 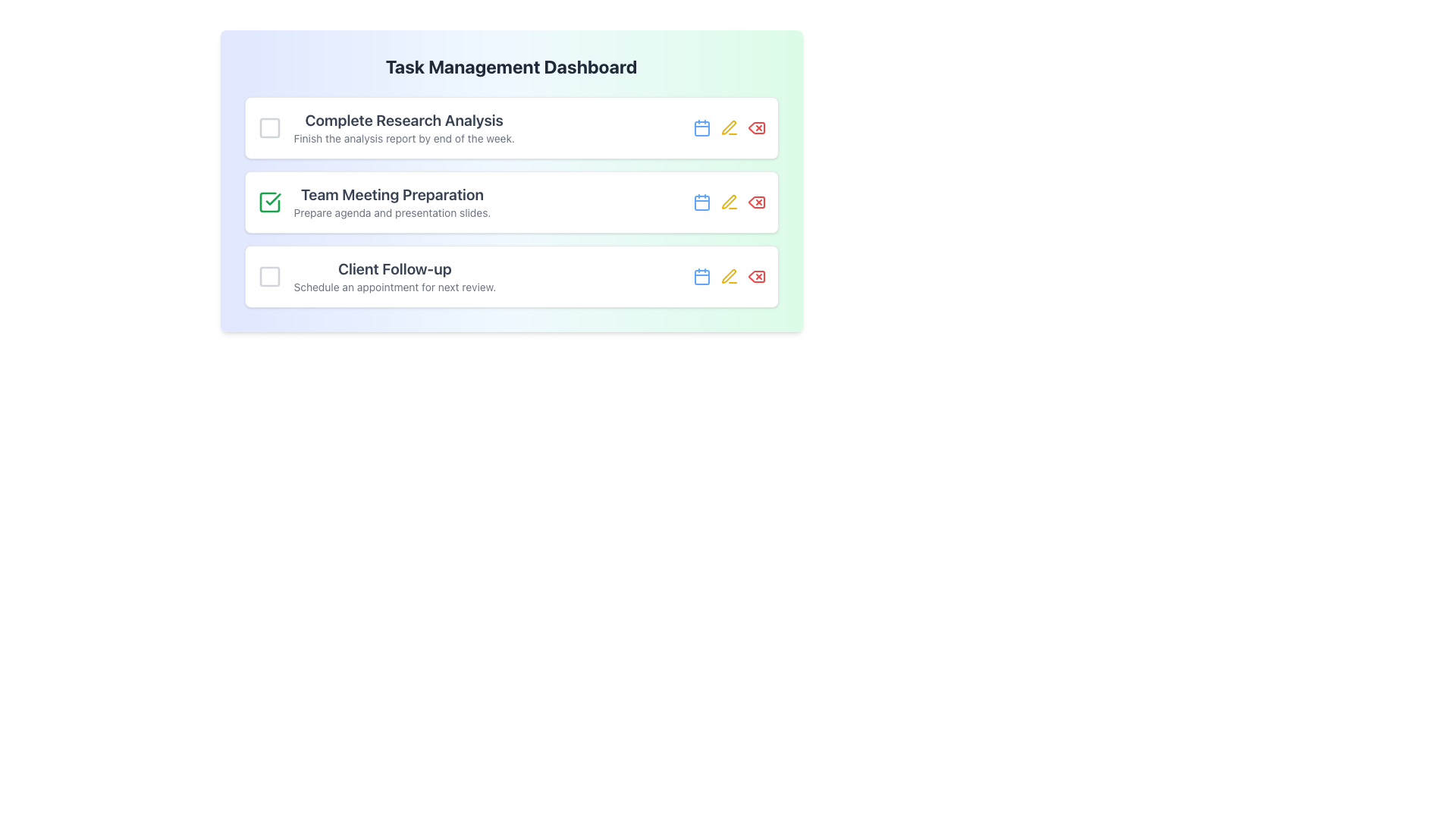 What do you see at coordinates (728, 201) in the screenshot?
I see `the 'Edit' button located in the right section of the 'Team Meeting Preparation' task row, next to the blue calendar icon` at bounding box center [728, 201].